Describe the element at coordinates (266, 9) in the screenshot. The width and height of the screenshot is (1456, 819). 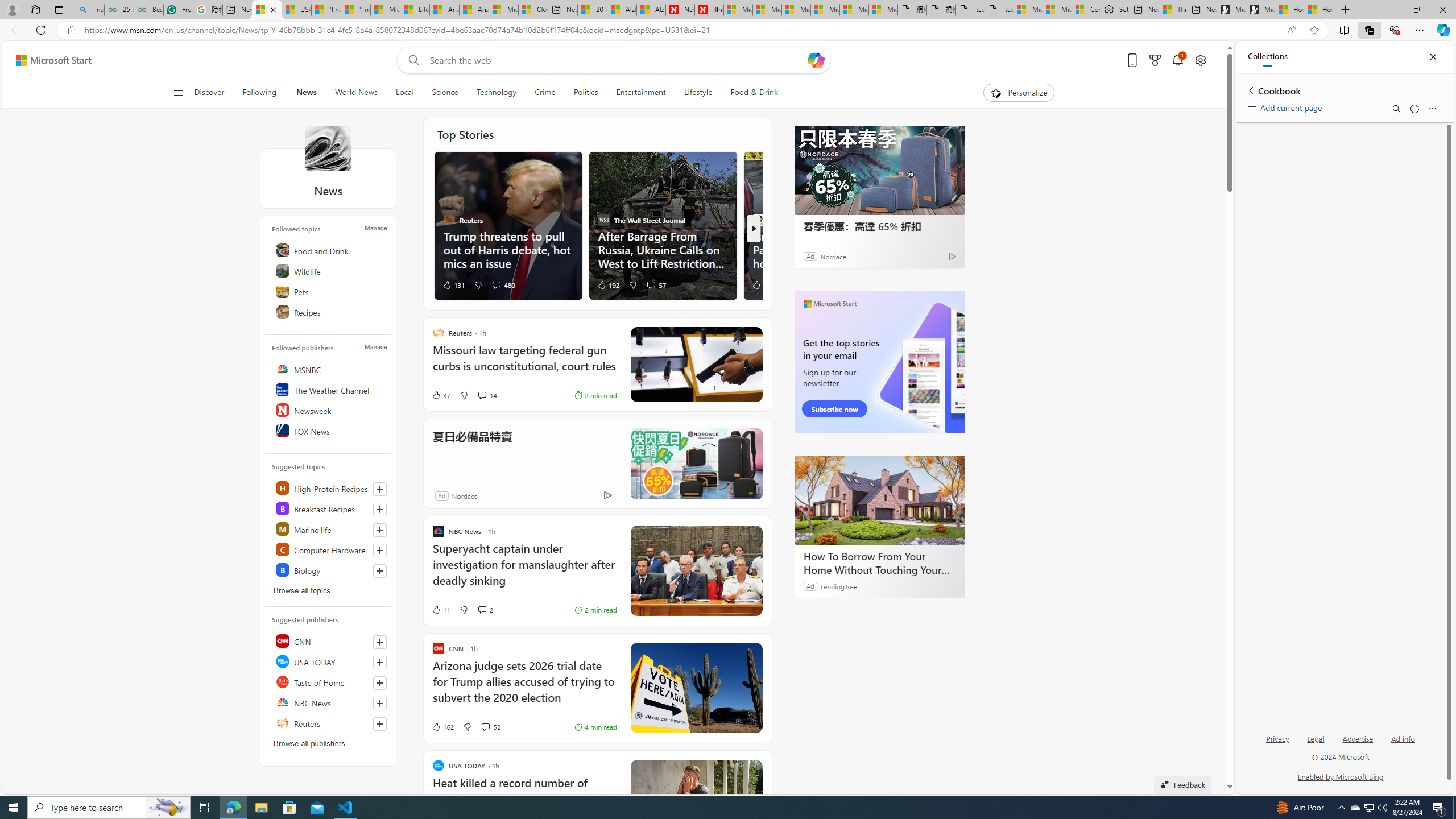
I see `'News - MSN'` at that location.